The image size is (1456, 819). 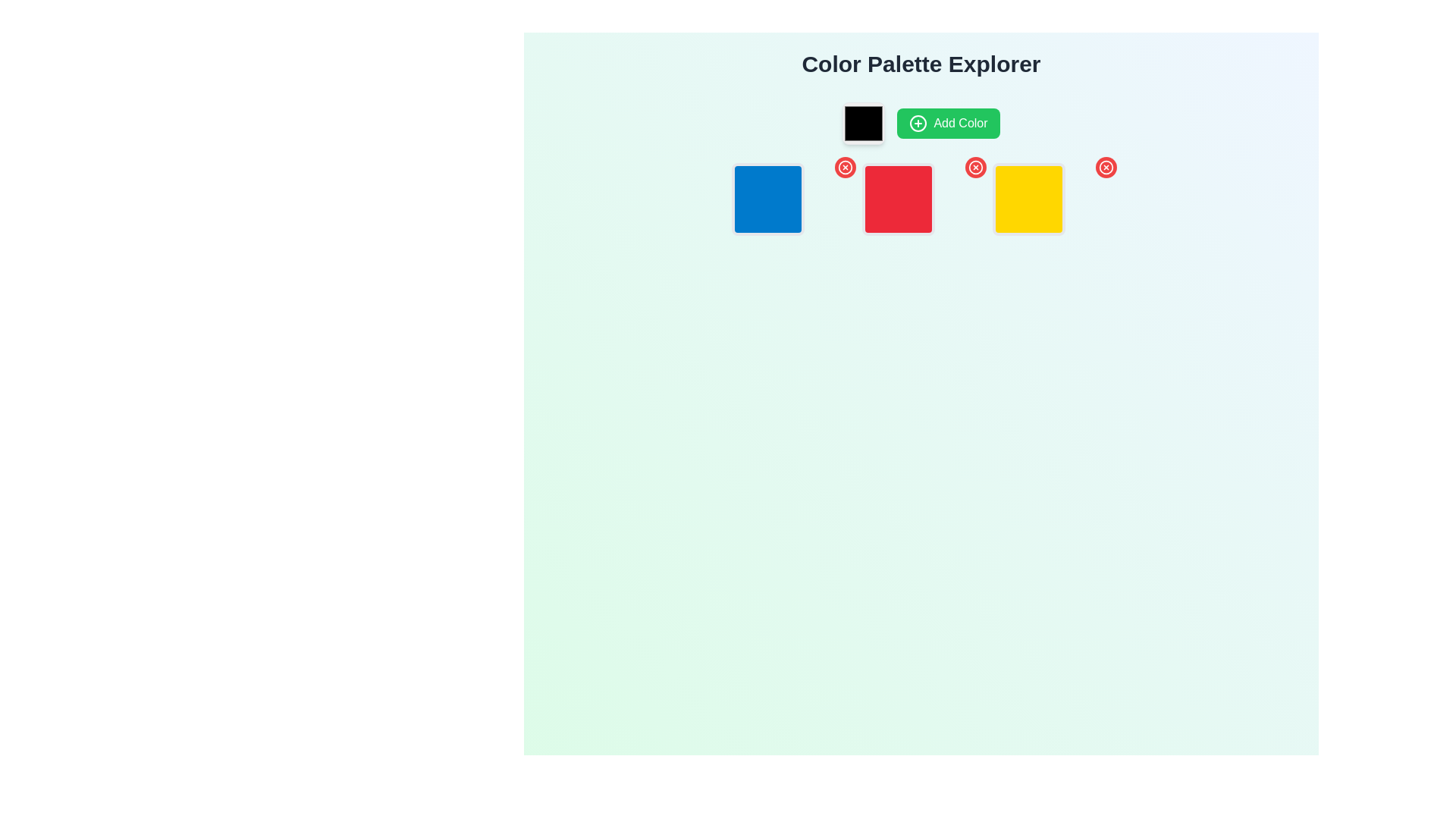 I want to click on the yellow square Color Box with rounded corners, so click(x=1029, y=198).